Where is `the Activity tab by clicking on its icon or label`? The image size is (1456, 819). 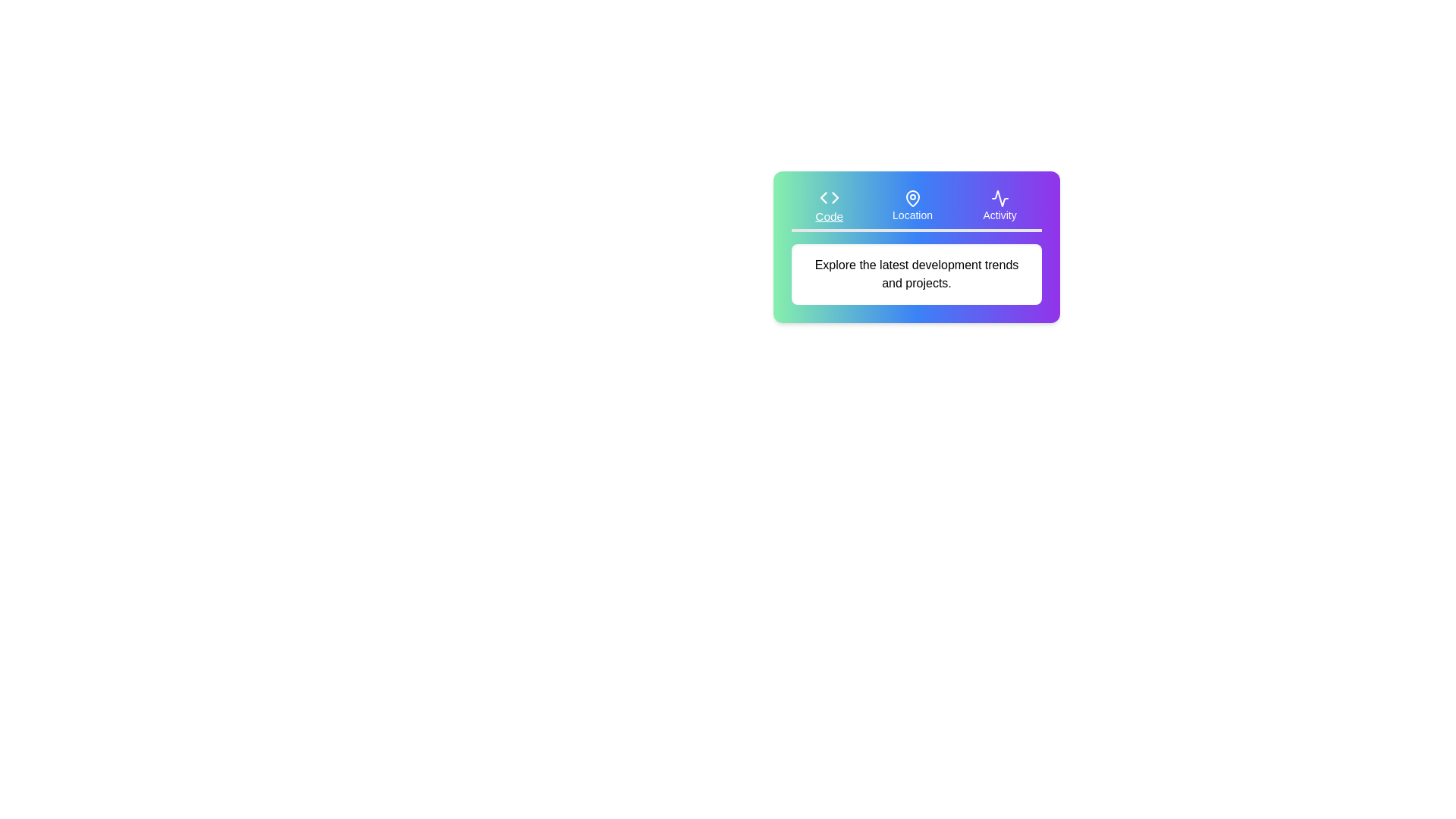 the Activity tab by clicking on its icon or label is located at coordinates (999, 206).